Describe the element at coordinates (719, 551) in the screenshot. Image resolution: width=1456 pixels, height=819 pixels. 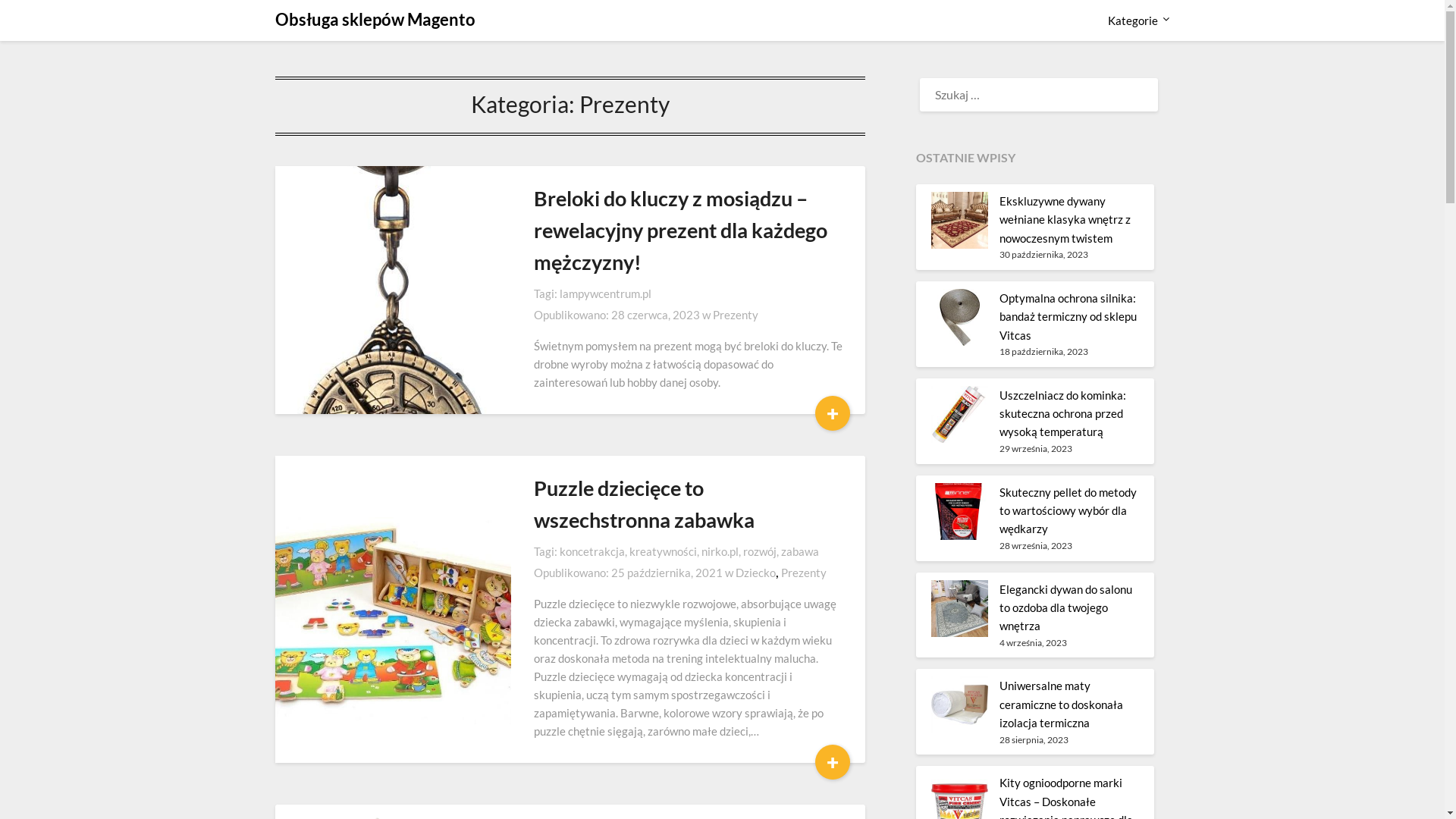
I see `'nirko.pl'` at that location.